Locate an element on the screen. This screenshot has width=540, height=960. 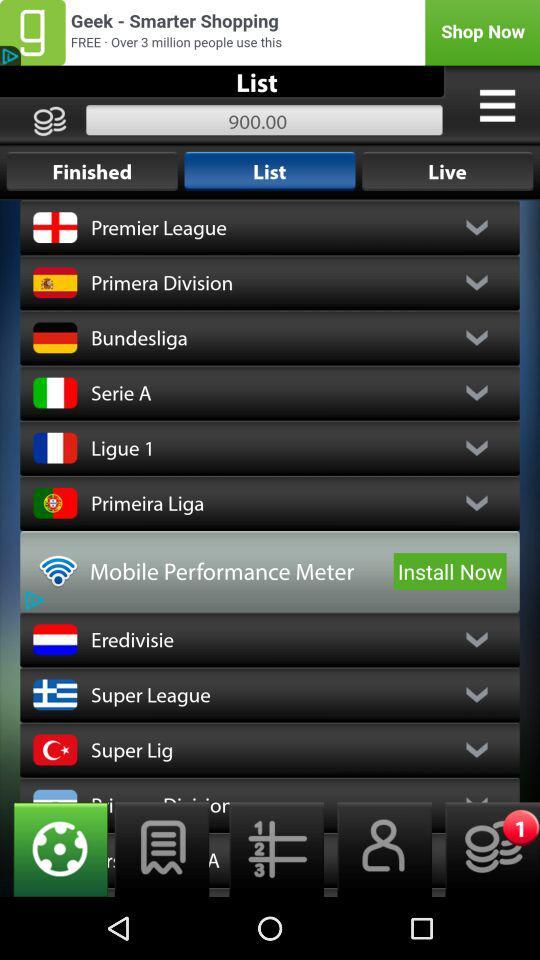
the list icon is located at coordinates (270, 909).